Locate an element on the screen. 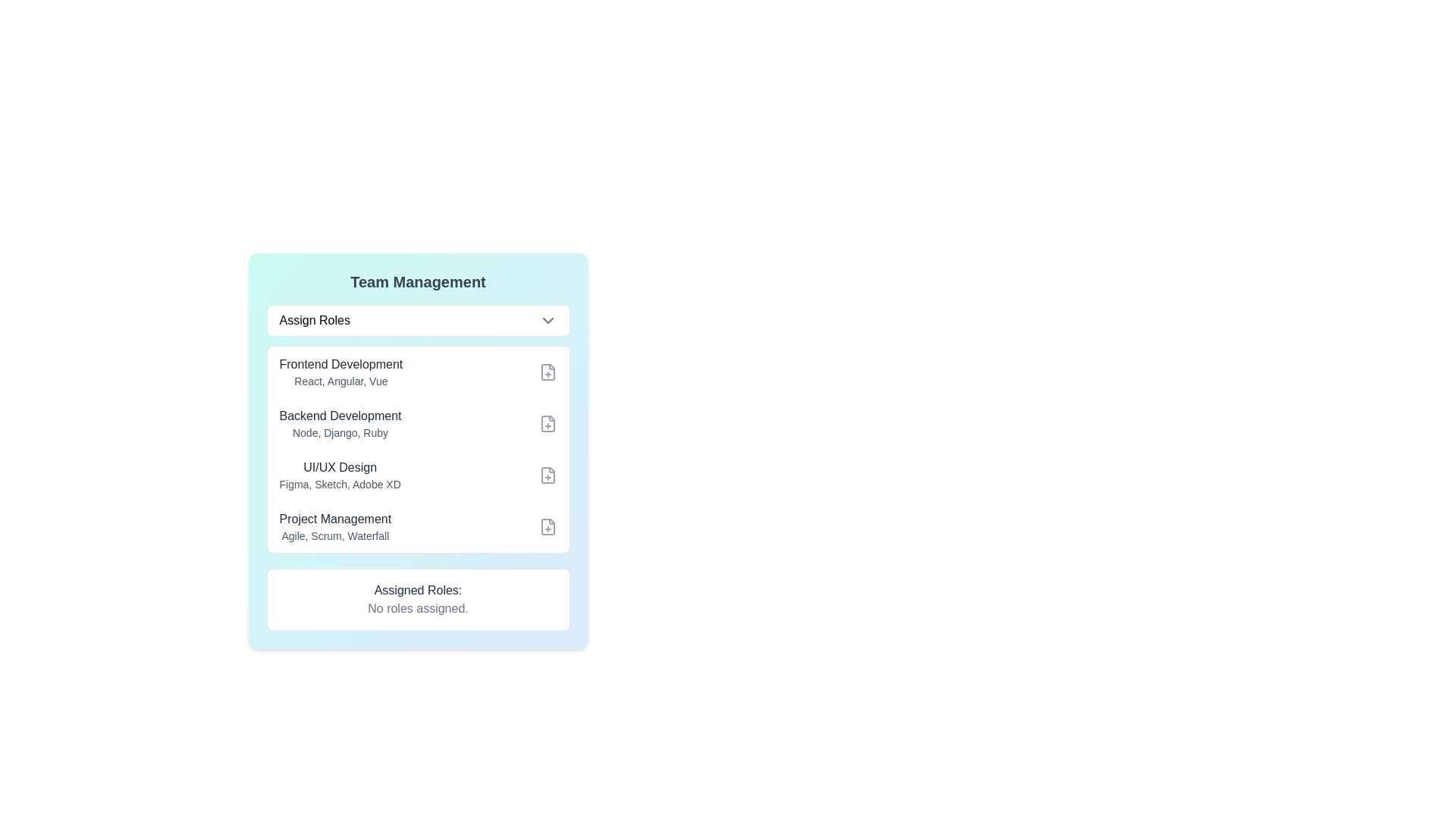  the informational text box indicating that no roles are currently assigned to a team member, located at the bottom of the 'Team Management' box is located at coordinates (418, 598).